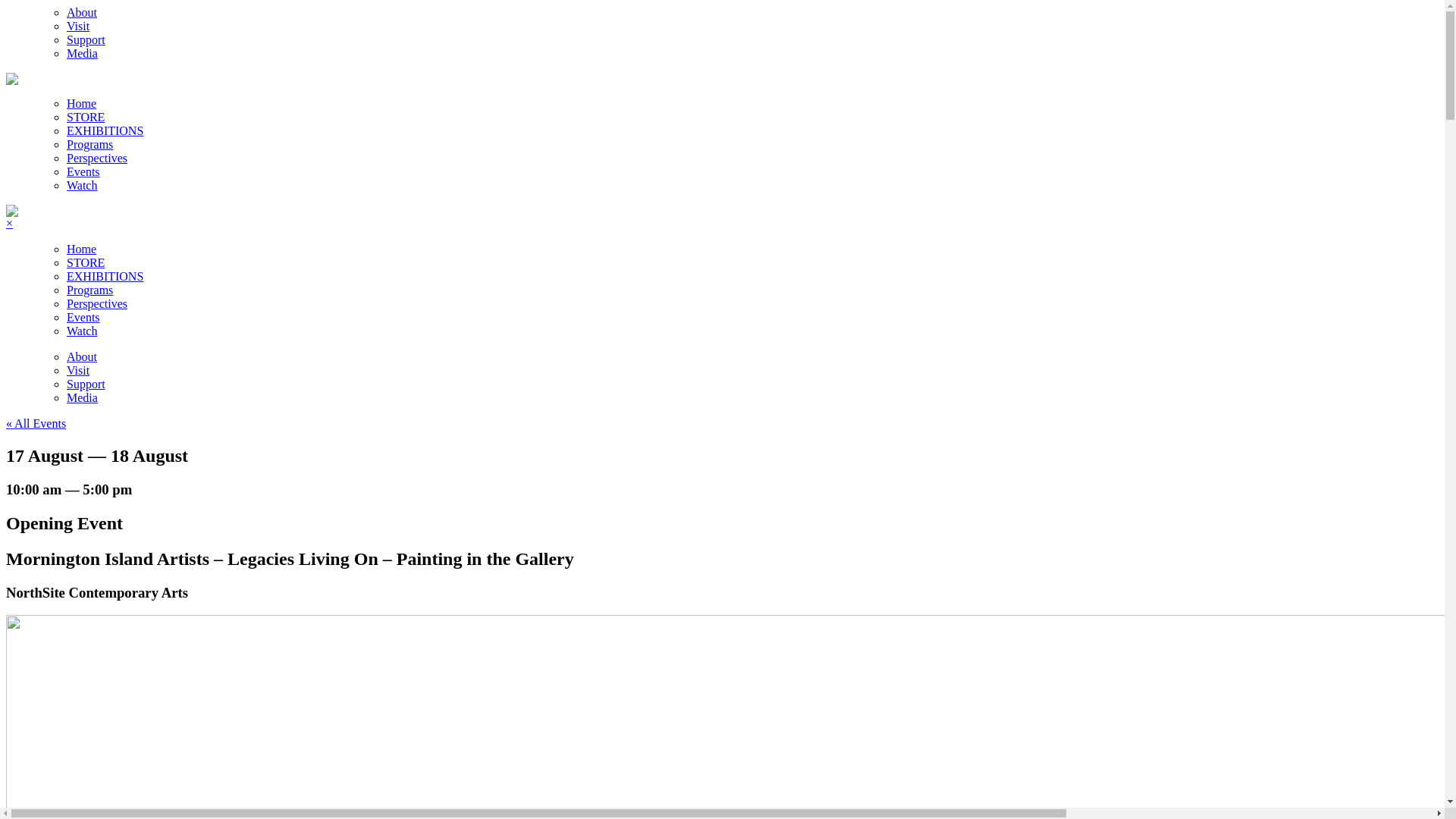 The width and height of the screenshot is (1456, 819). Describe the element at coordinates (85, 262) in the screenshot. I see `'STORE'` at that location.